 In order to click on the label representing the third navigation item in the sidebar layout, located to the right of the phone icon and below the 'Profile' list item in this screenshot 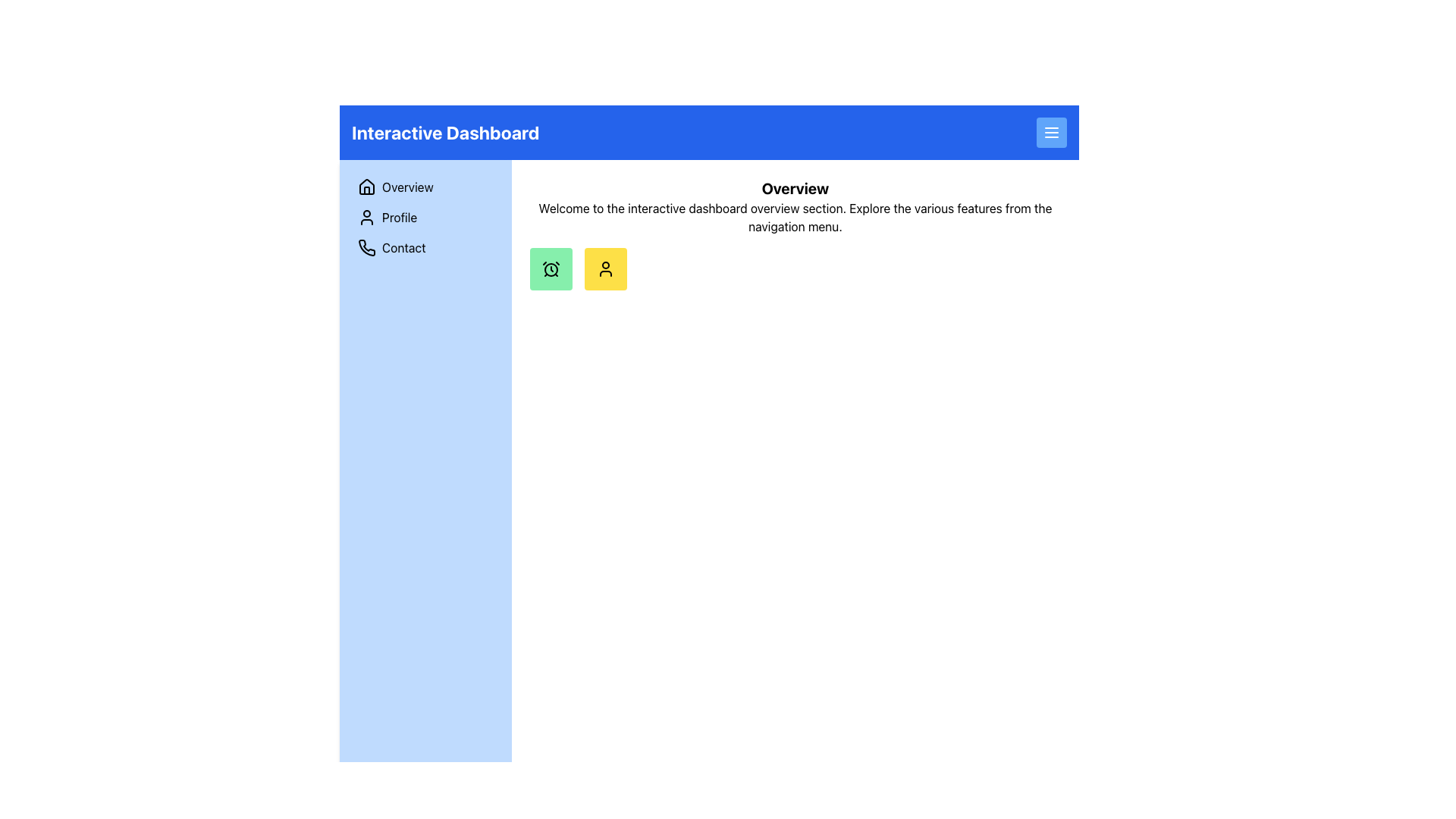, I will do `click(403, 247)`.